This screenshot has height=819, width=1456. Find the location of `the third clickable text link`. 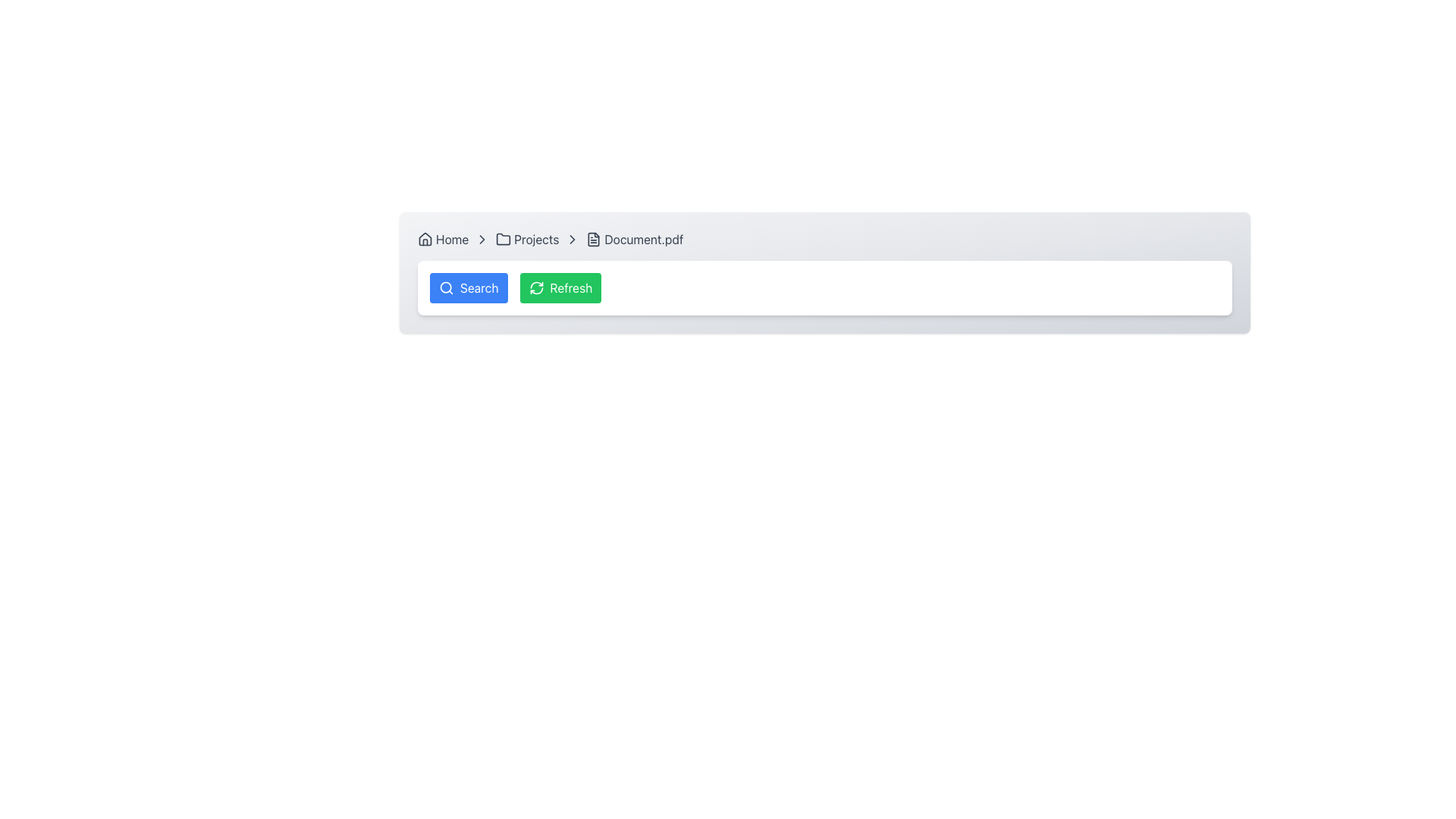

the third clickable text link is located at coordinates (634, 239).